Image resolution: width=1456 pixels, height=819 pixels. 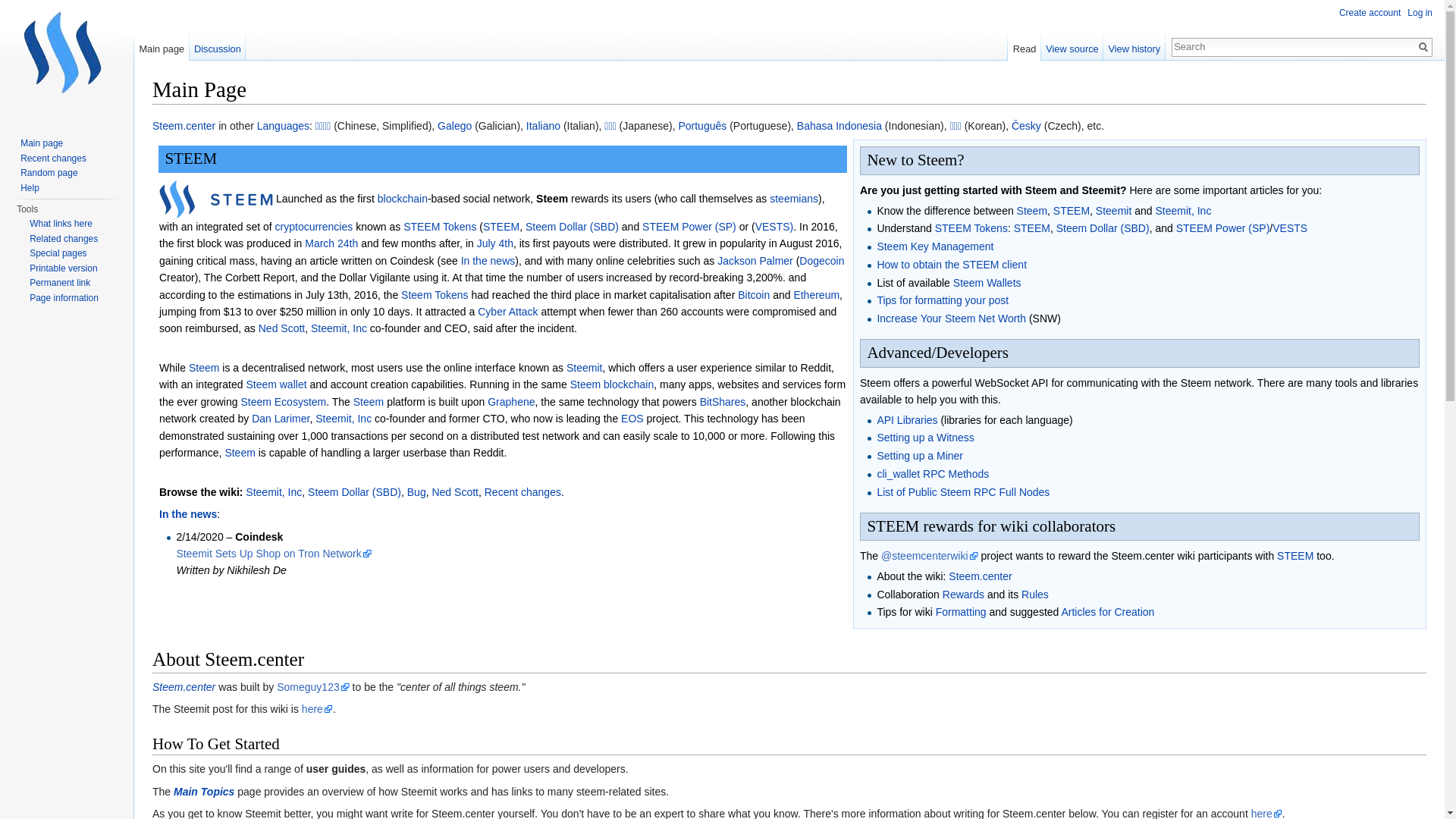 What do you see at coordinates (919, 455) in the screenshot?
I see `'Setting up a Miner'` at bounding box center [919, 455].